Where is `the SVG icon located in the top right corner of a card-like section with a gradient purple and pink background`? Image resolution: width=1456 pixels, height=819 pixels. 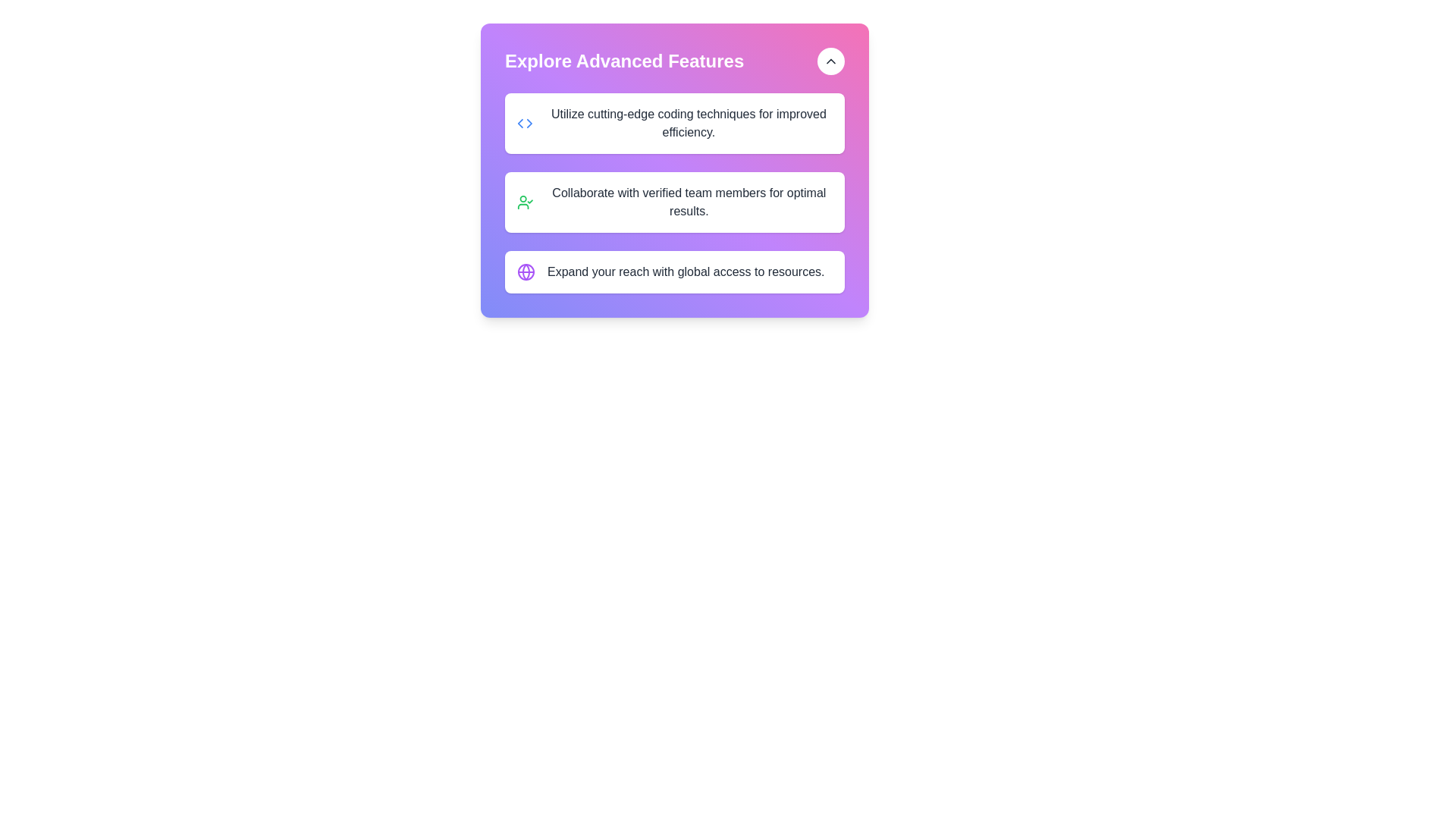 the SVG icon located in the top right corner of a card-like section with a gradient purple and pink background is located at coordinates (830, 61).